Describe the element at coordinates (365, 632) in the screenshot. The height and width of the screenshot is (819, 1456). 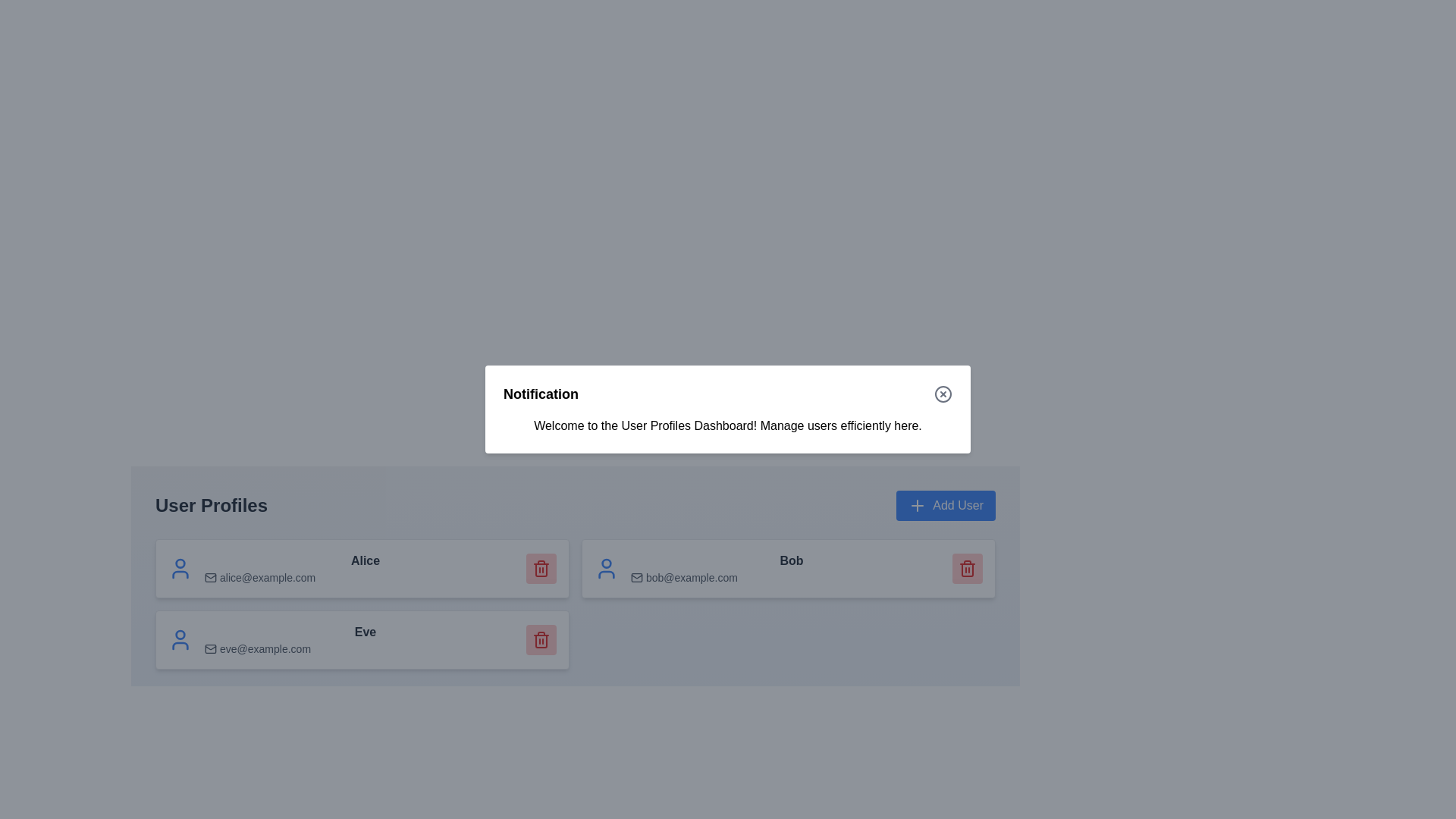
I see `the text label displaying the username 'Eve' located within the user card, which is positioned between the avatar icon and the email address` at that location.